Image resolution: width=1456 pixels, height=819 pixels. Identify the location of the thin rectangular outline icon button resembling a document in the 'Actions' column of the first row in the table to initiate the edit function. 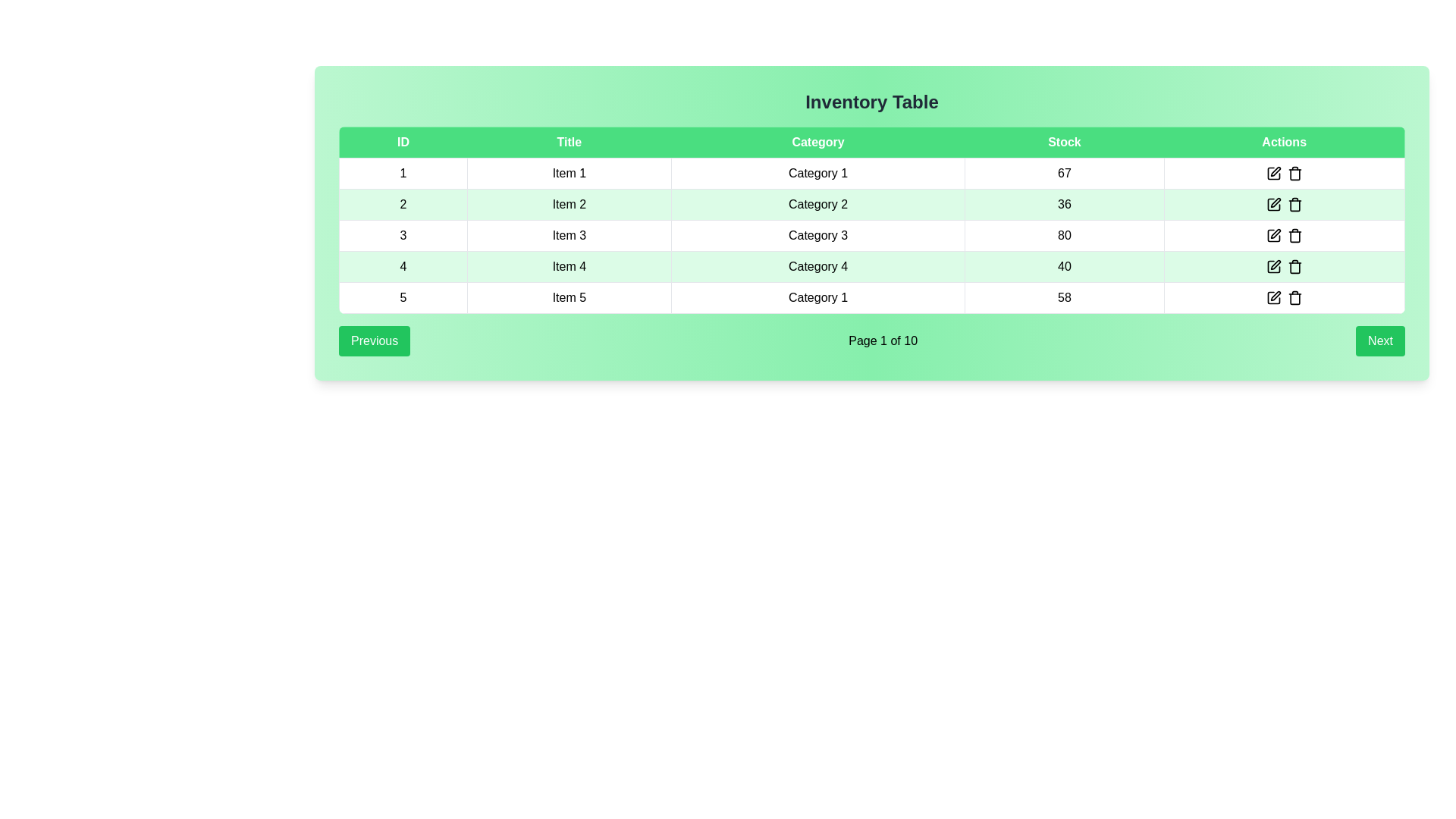
(1274, 172).